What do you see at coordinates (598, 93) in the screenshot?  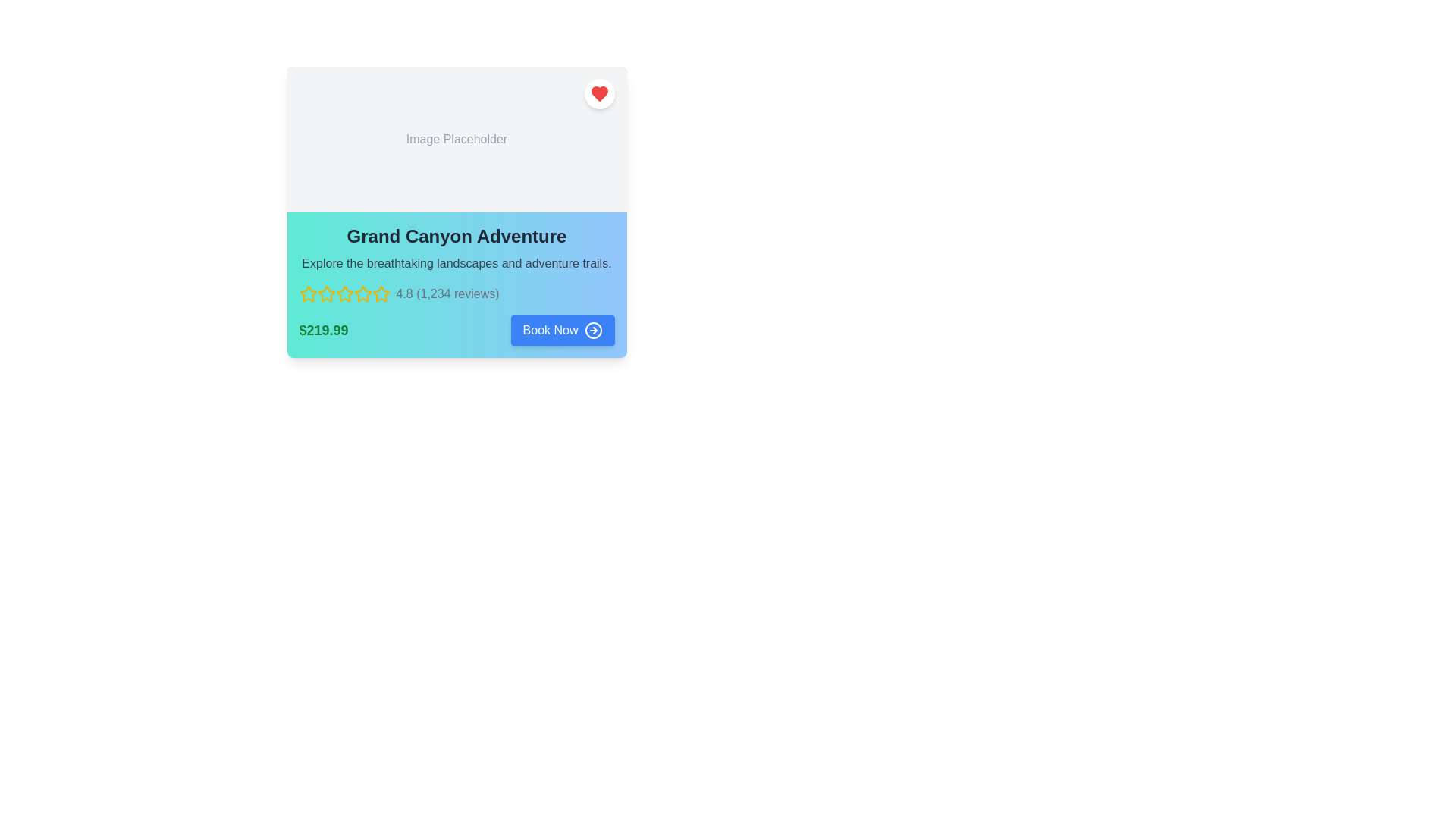 I see `the favorite or like icon located in the top-right corner of the card layout, above the 'Grand Canyon Adventure' title, to trigger the tooltip` at bounding box center [598, 93].